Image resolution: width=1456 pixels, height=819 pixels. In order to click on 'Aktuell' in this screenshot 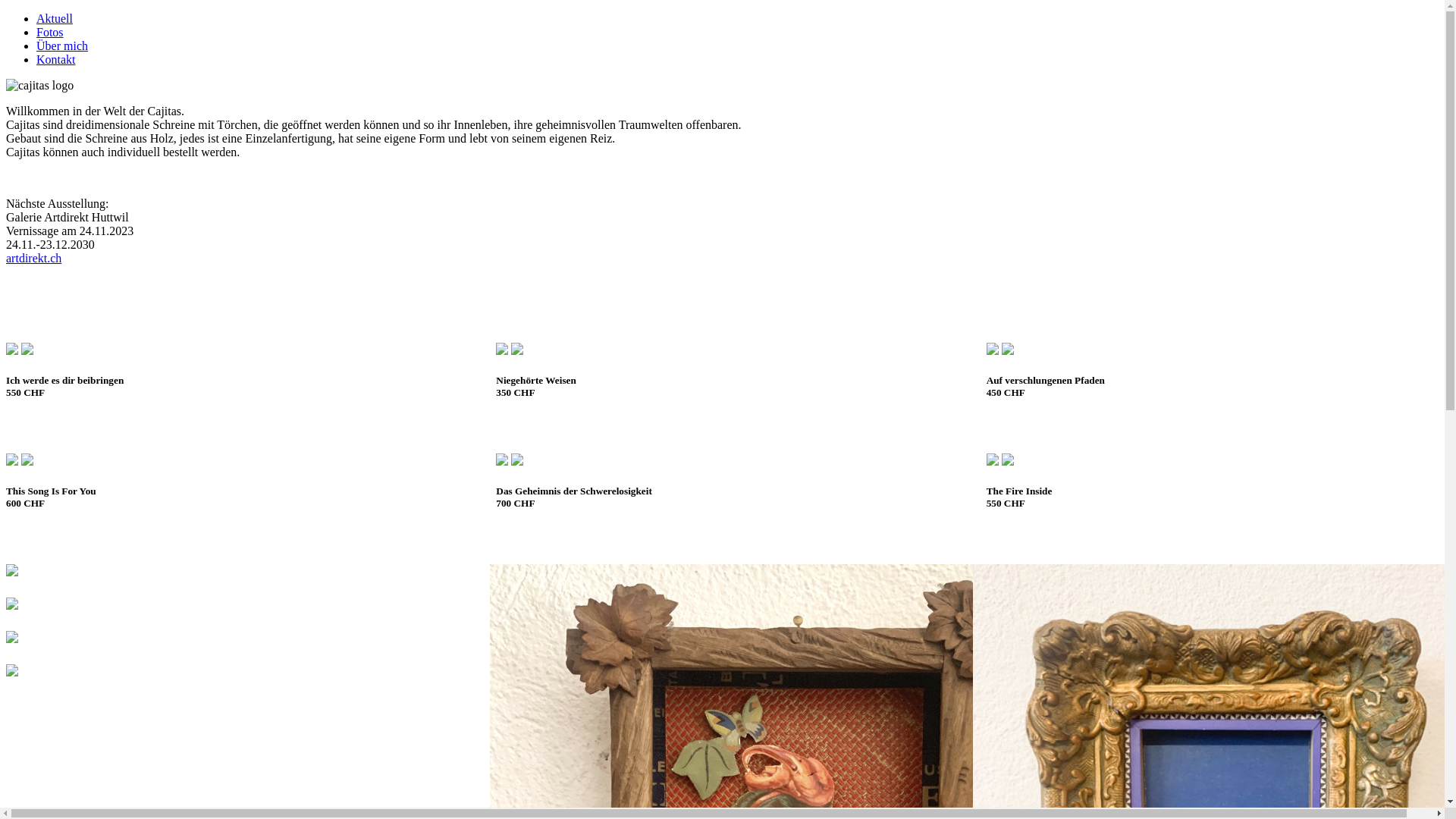, I will do `click(55, 18)`.